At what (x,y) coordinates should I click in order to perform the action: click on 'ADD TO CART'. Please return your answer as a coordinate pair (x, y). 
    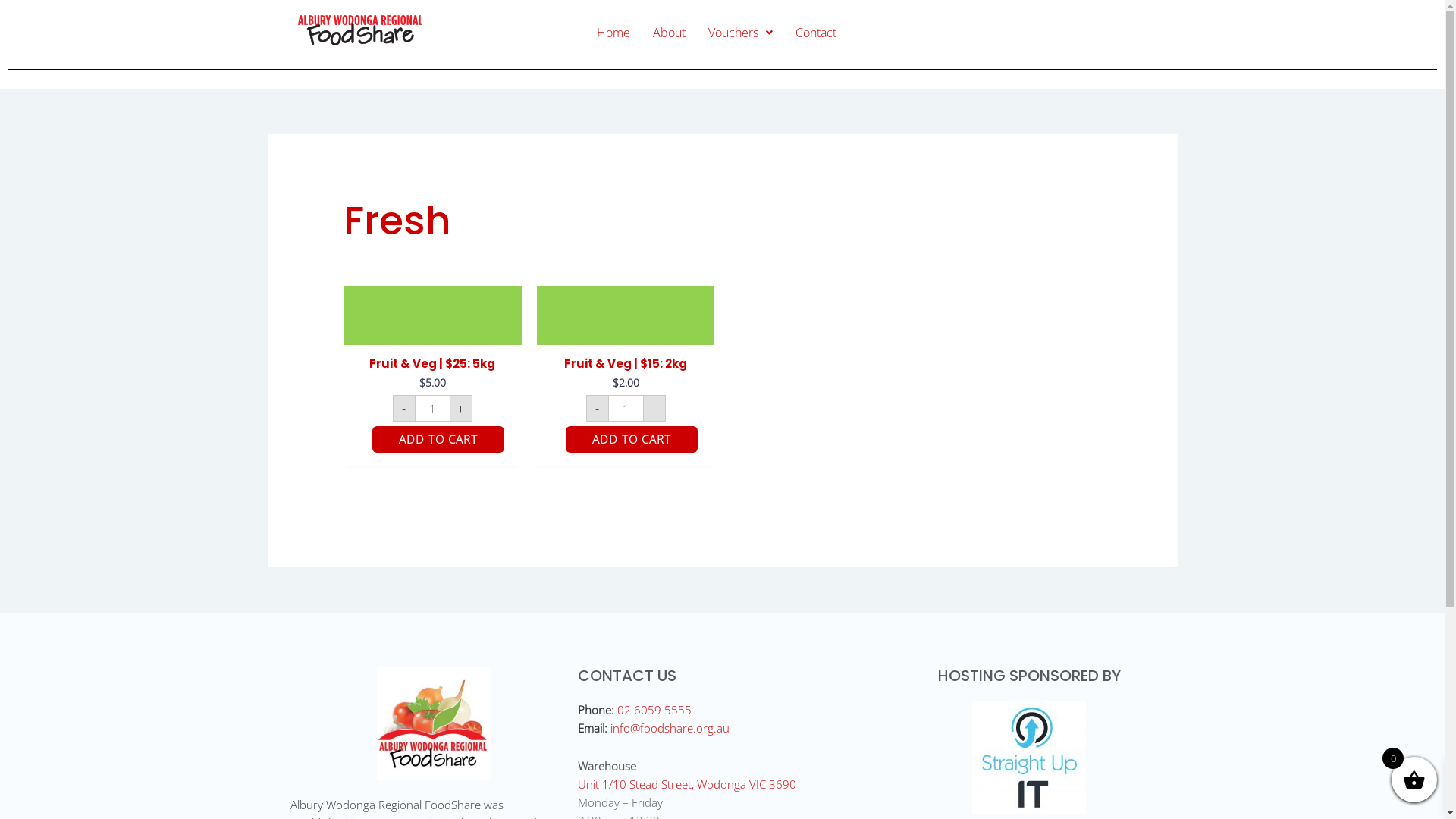
    Looking at the image, I should click on (437, 439).